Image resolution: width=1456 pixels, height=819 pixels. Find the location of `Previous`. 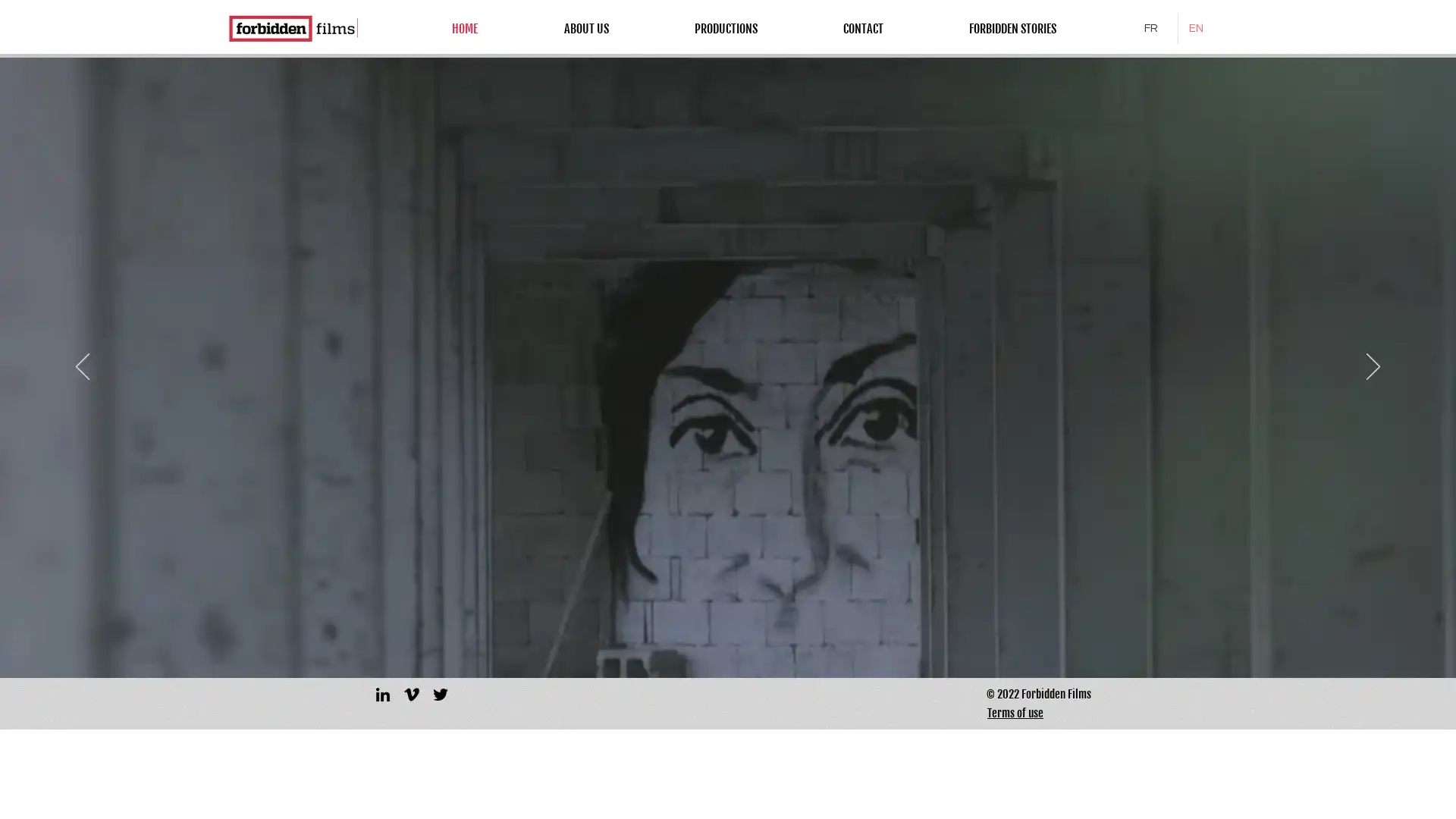

Previous is located at coordinates (82, 367).